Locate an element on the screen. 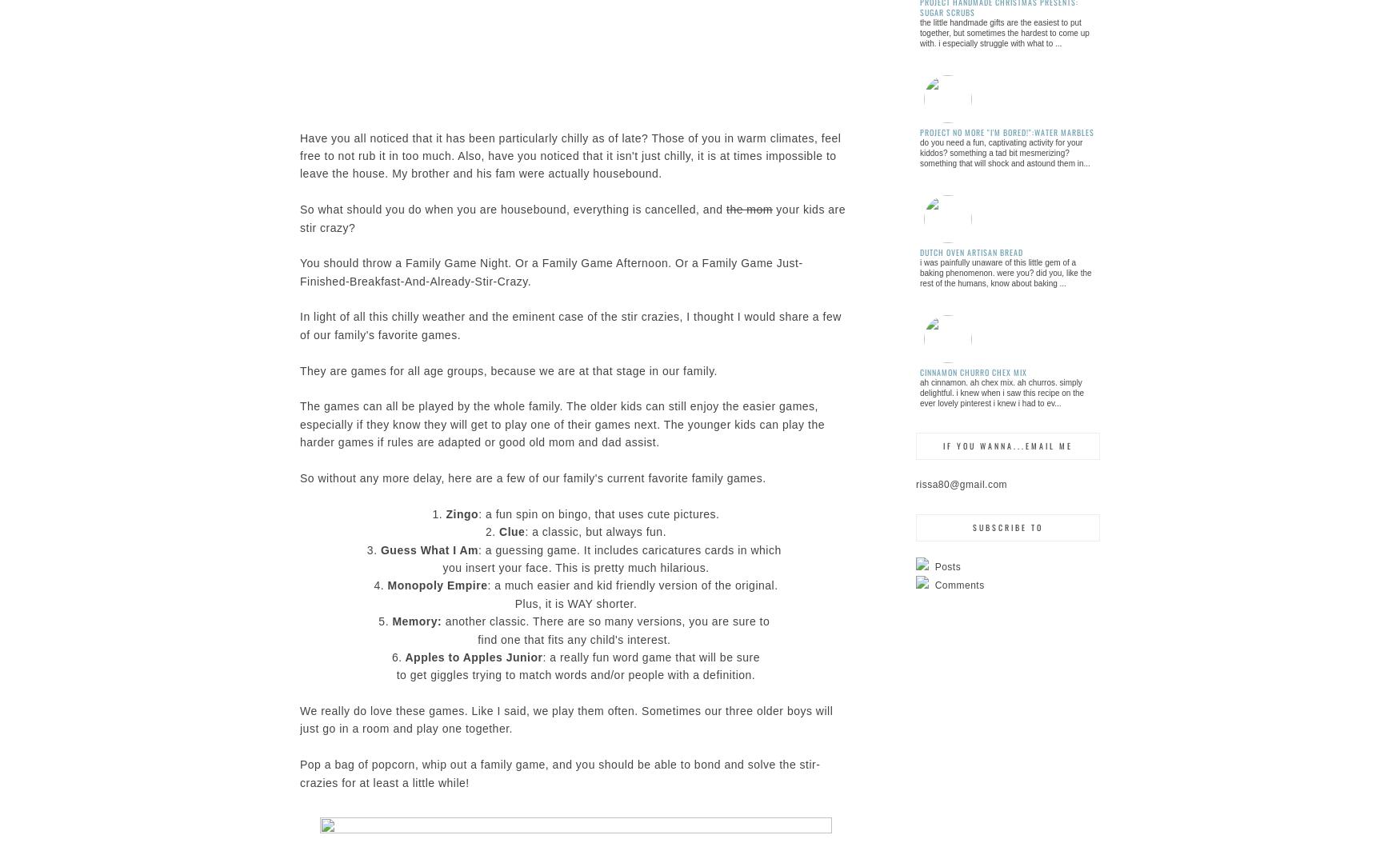  'the mom' is located at coordinates (748, 209).